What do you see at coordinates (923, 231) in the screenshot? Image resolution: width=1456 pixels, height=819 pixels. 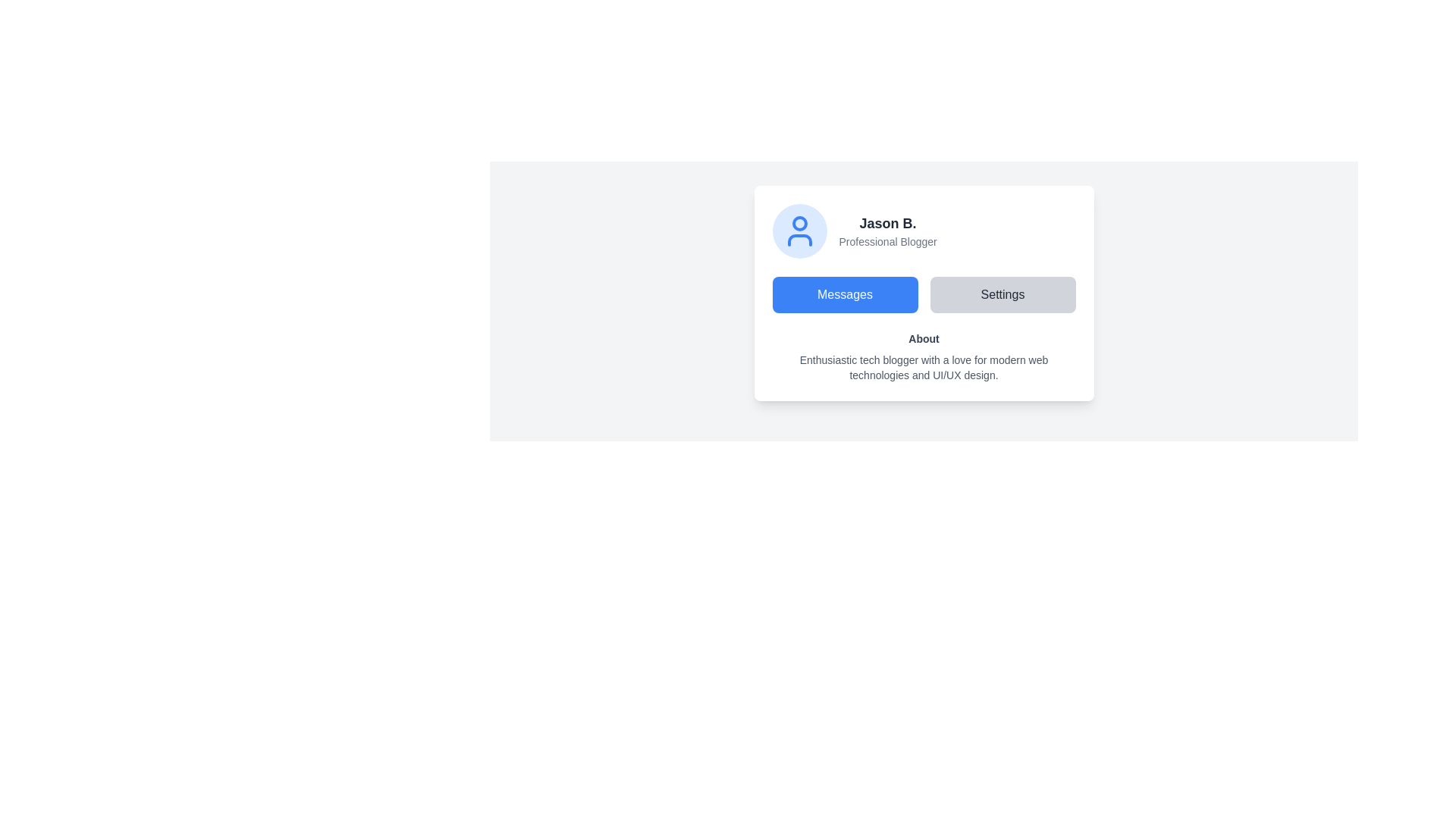 I see `the Profile Summary Component for user 'Jason B.', which displays the user's name in bold and role as 'Professional Blogger' beneath it` at bounding box center [923, 231].